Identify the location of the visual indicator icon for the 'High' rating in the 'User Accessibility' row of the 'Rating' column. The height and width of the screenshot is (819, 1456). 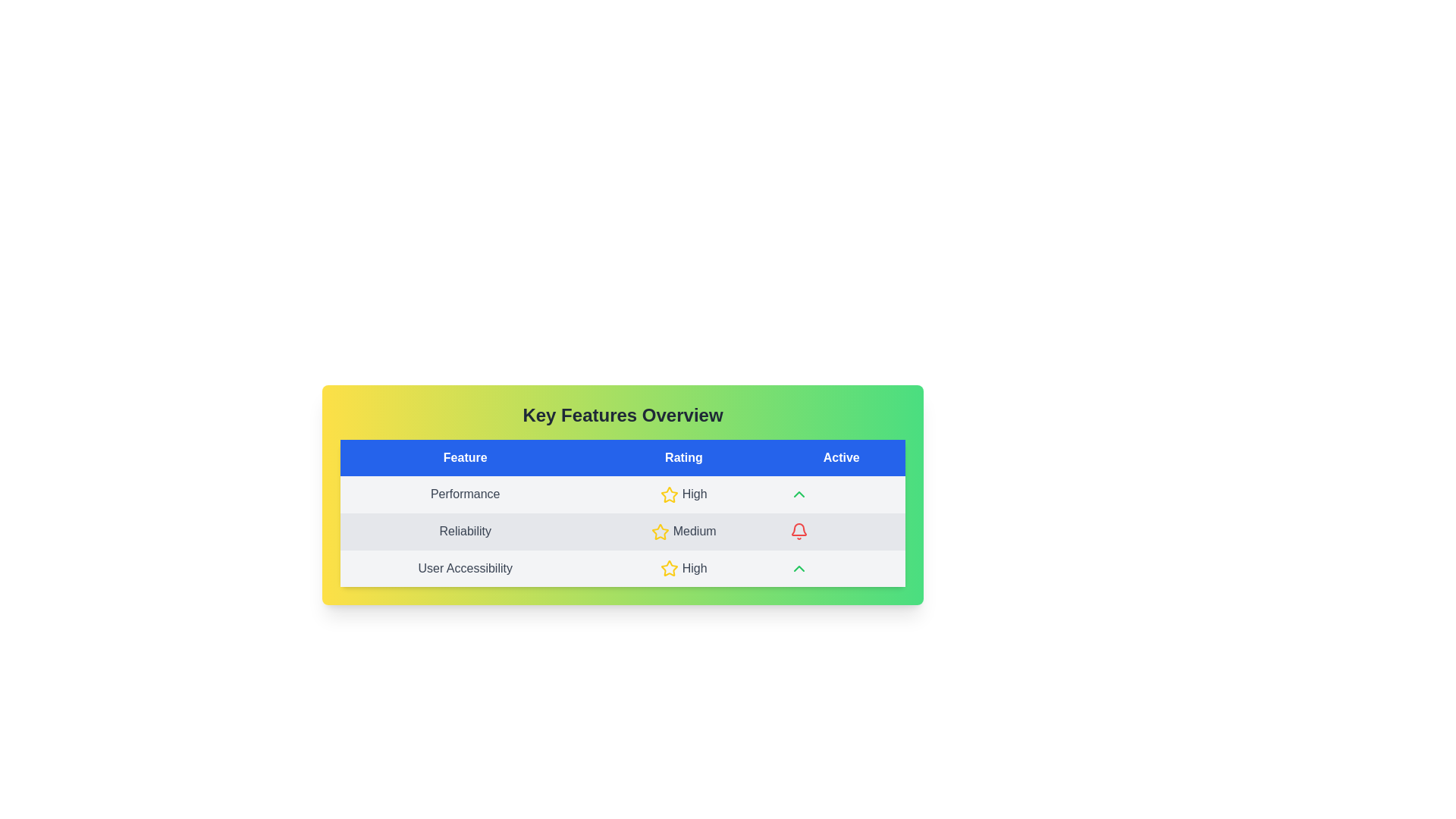
(669, 569).